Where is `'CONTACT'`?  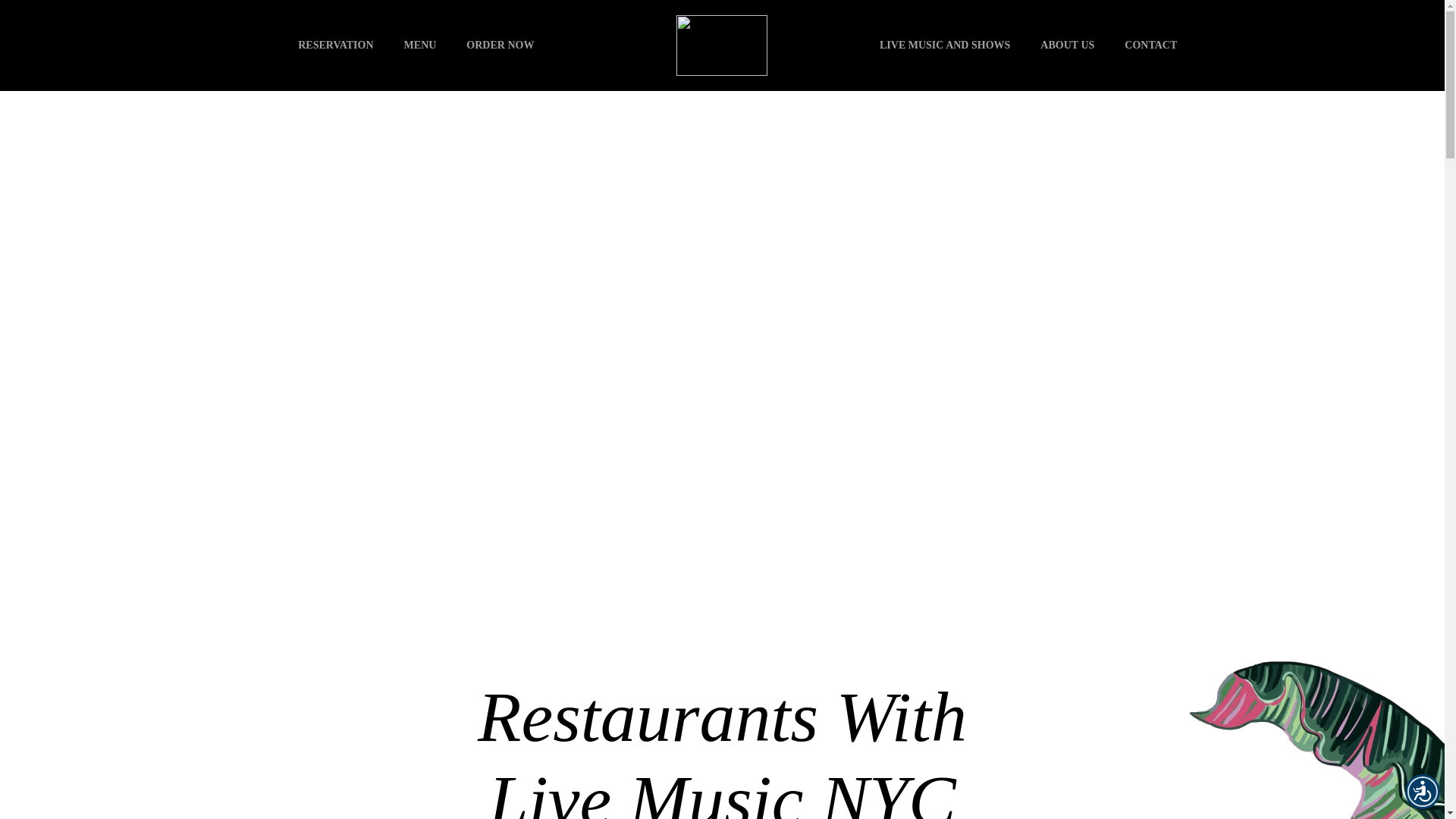
'CONTACT' is located at coordinates (1109, 45).